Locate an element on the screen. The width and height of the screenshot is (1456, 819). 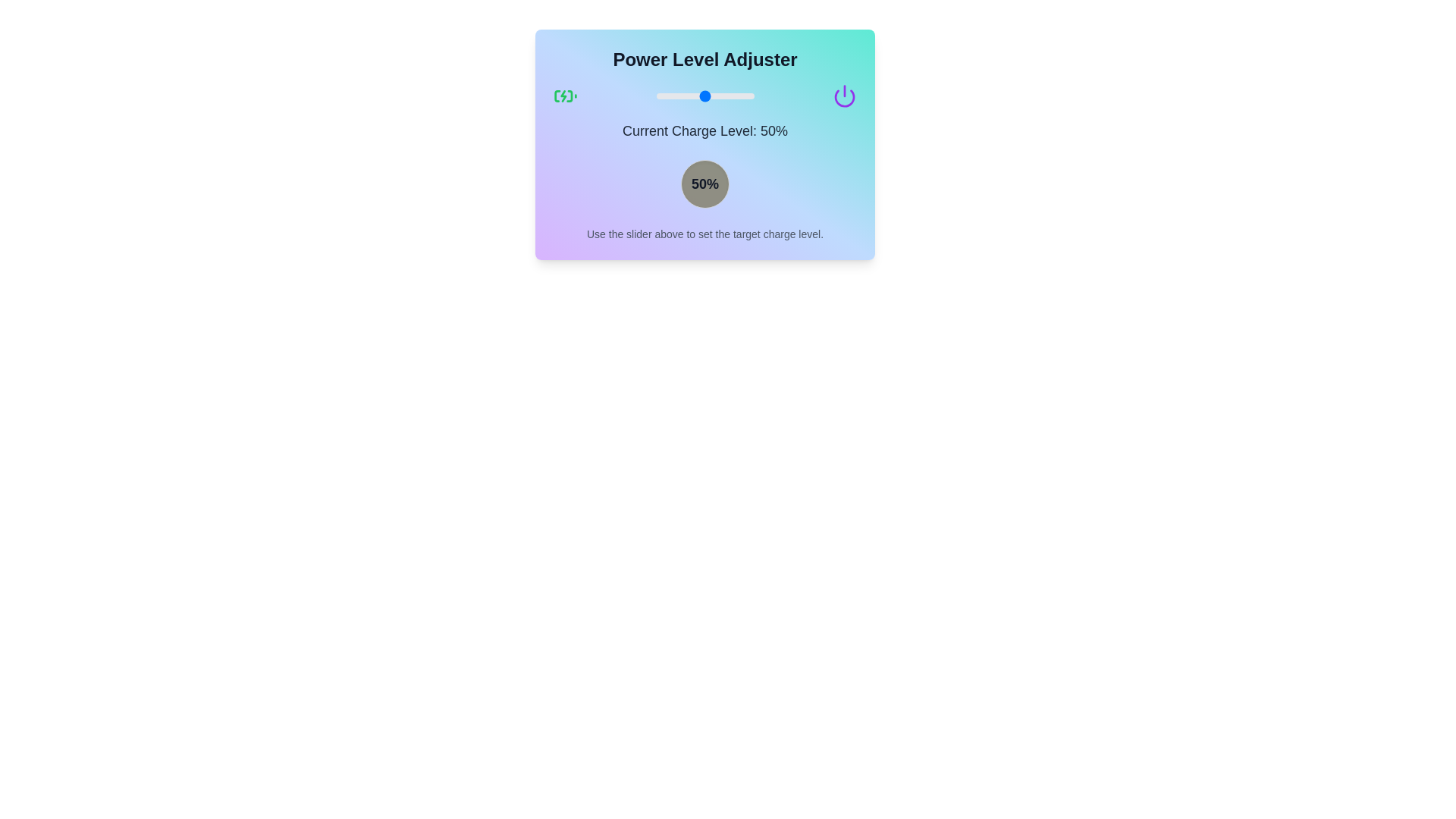
the power level is located at coordinates (752, 96).